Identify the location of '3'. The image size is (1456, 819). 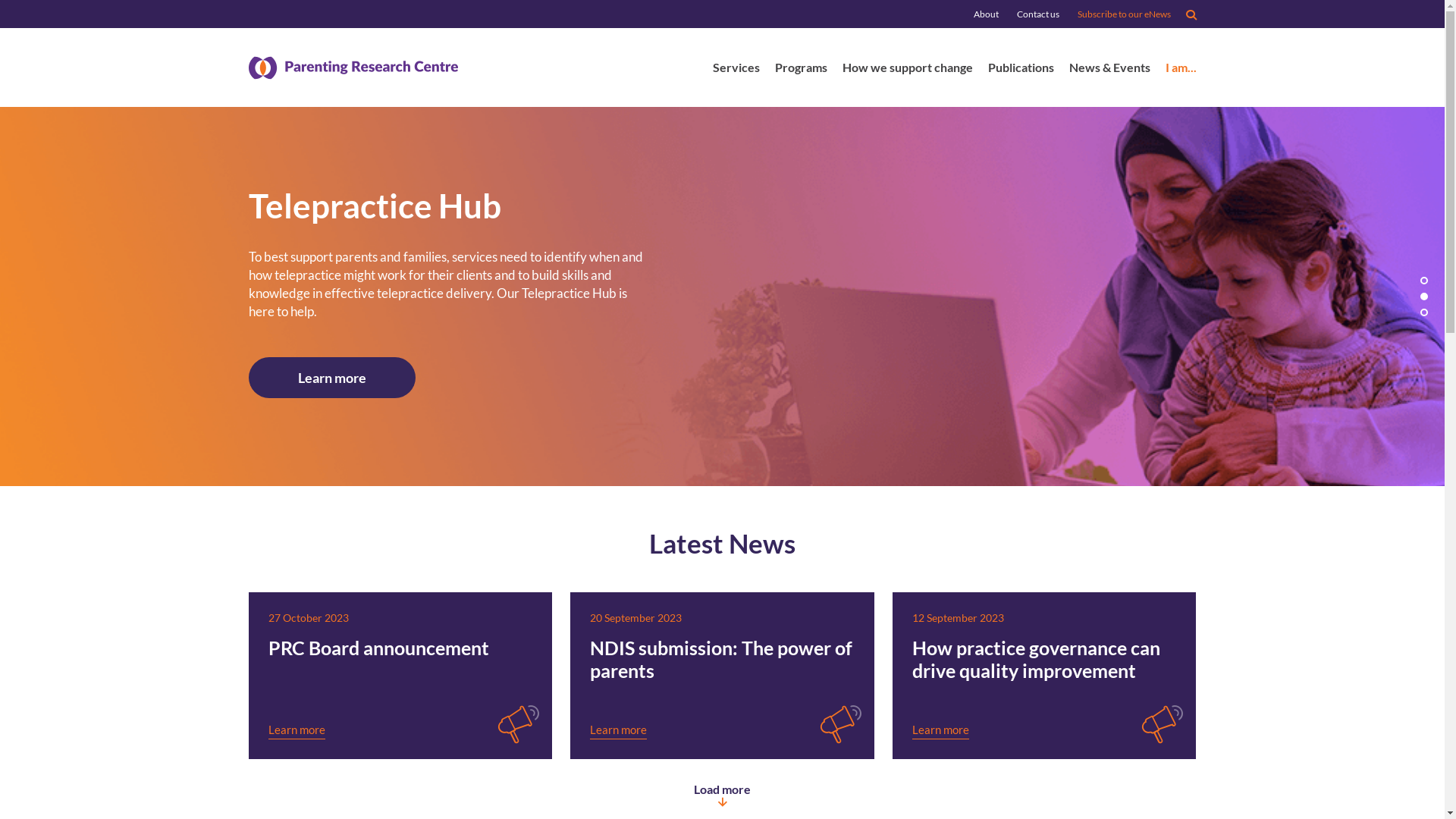
(1423, 312).